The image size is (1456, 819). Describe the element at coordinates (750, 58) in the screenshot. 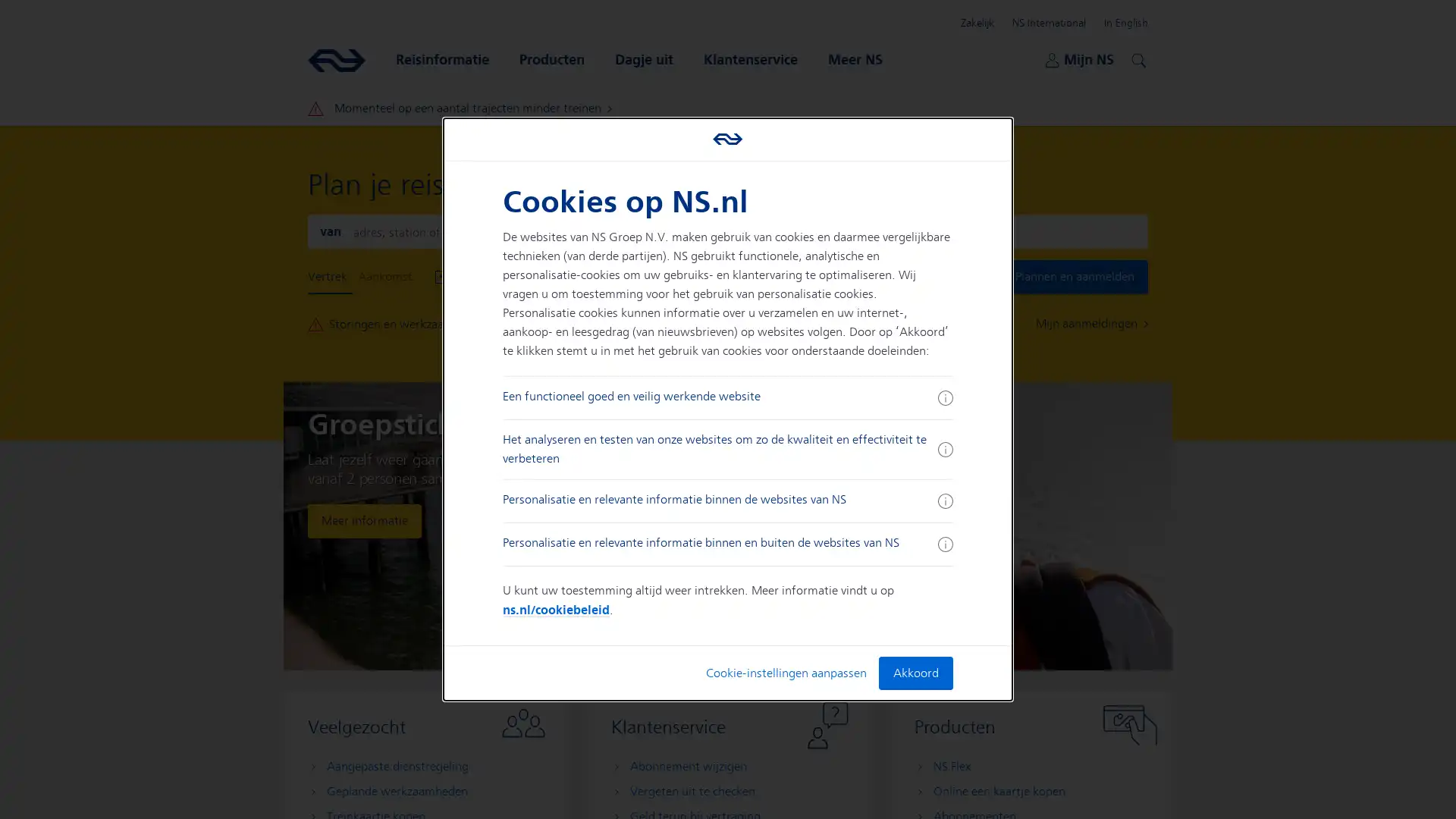

I see `Klantenservice Open submenu` at that location.